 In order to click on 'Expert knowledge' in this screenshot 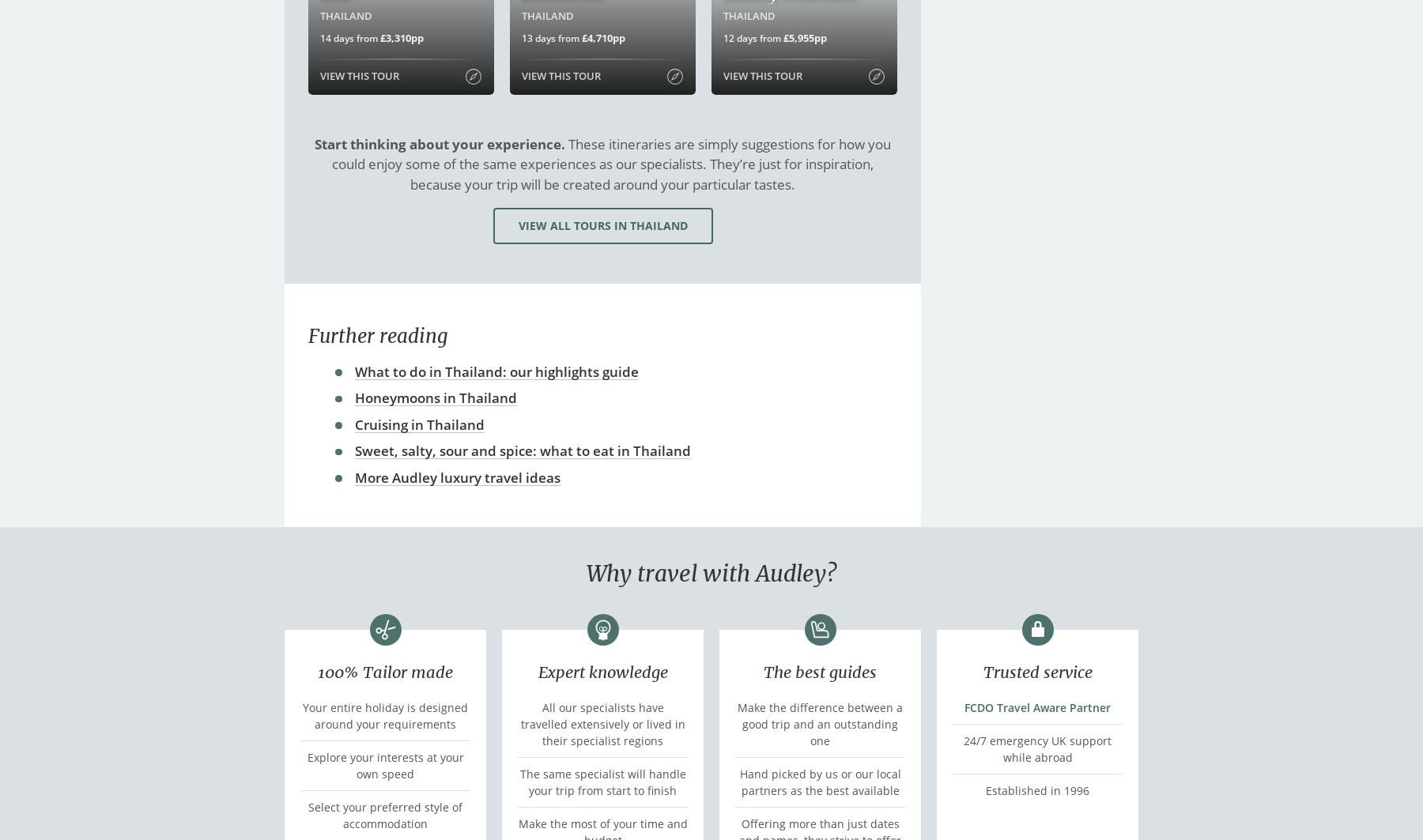, I will do `click(537, 670)`.